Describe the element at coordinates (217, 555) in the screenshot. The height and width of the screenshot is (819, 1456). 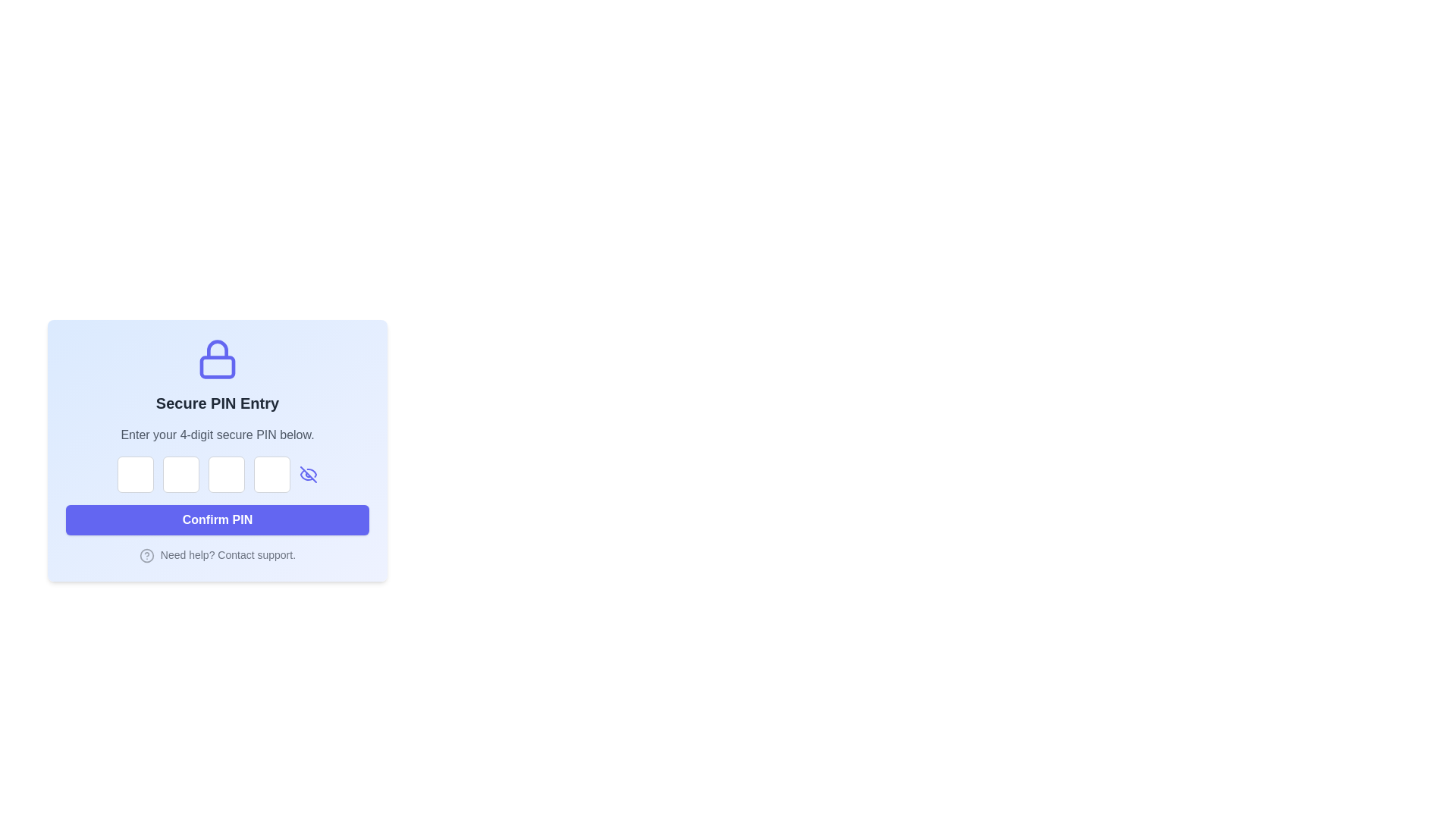
I see `the small circular help icon located to the left of the text 'Need help? Contact support.'` at that location.